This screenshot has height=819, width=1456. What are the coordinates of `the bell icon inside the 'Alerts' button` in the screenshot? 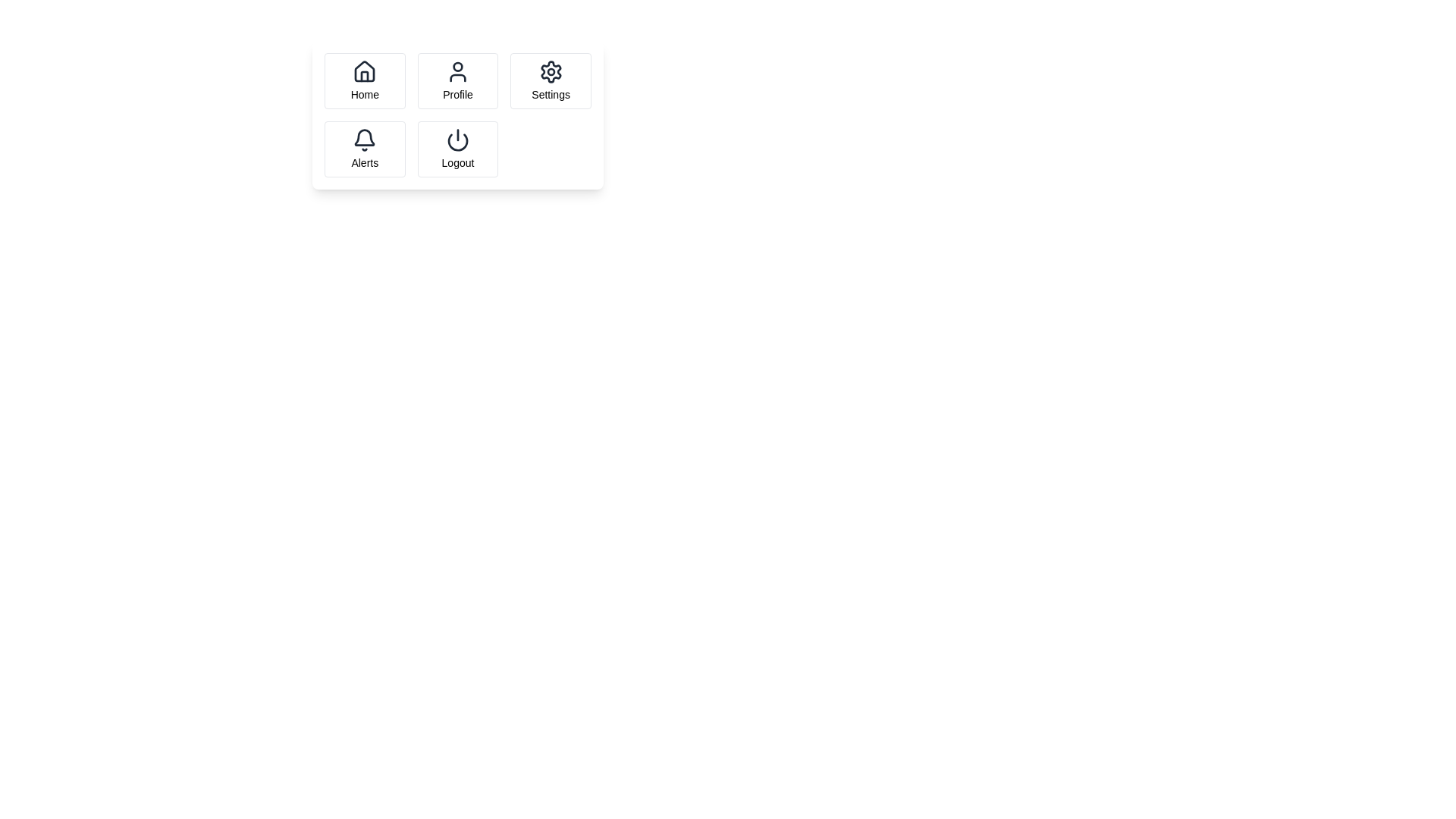 It's located at (365, 140).